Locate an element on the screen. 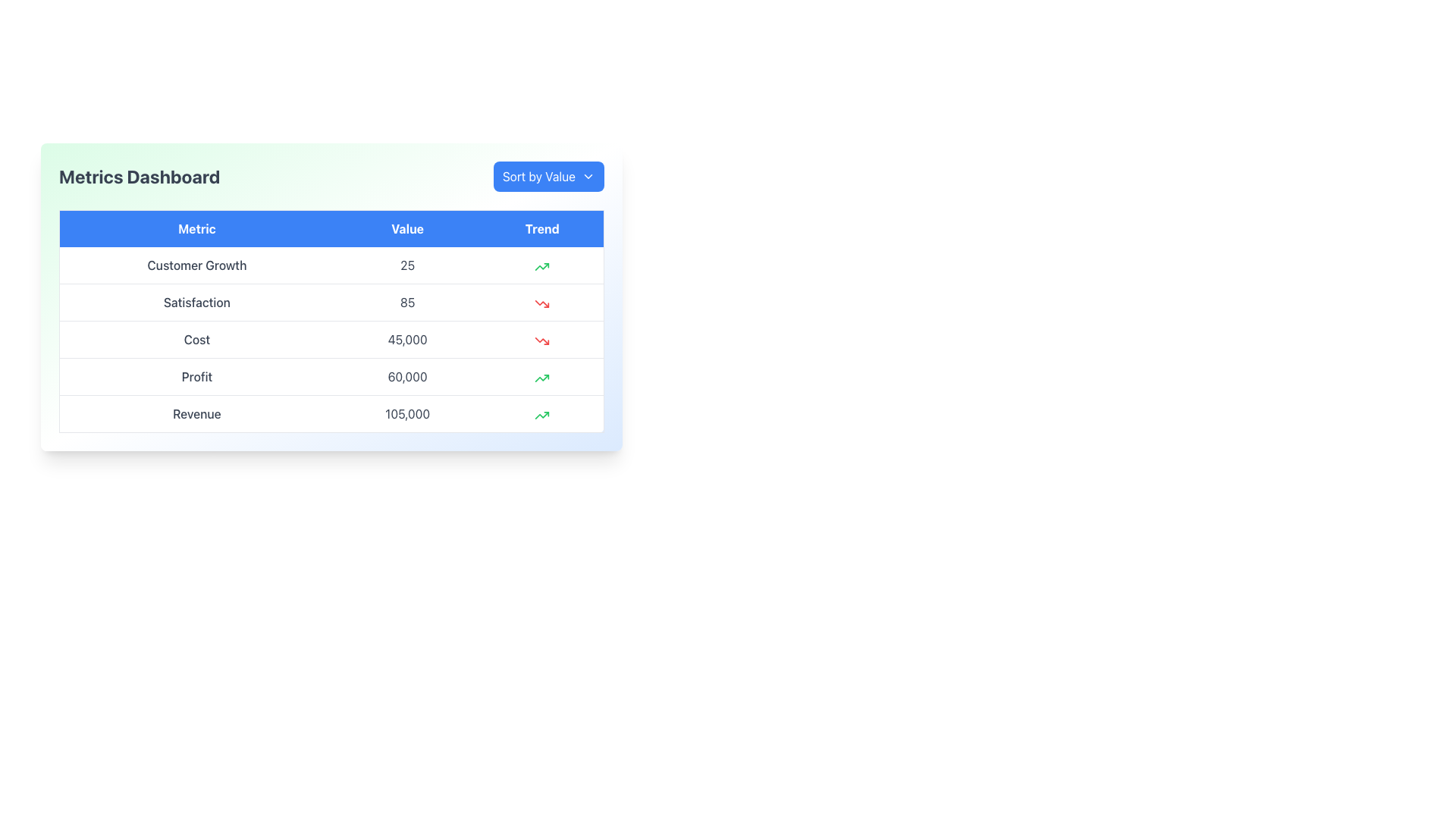 This screenshot has height=819, width=1456. the Static Display Text element displaying the numerical value '85' in the 'Value' section of the metrics table, located under the 'Satisfaction' label is located at coordinates (407, 302).